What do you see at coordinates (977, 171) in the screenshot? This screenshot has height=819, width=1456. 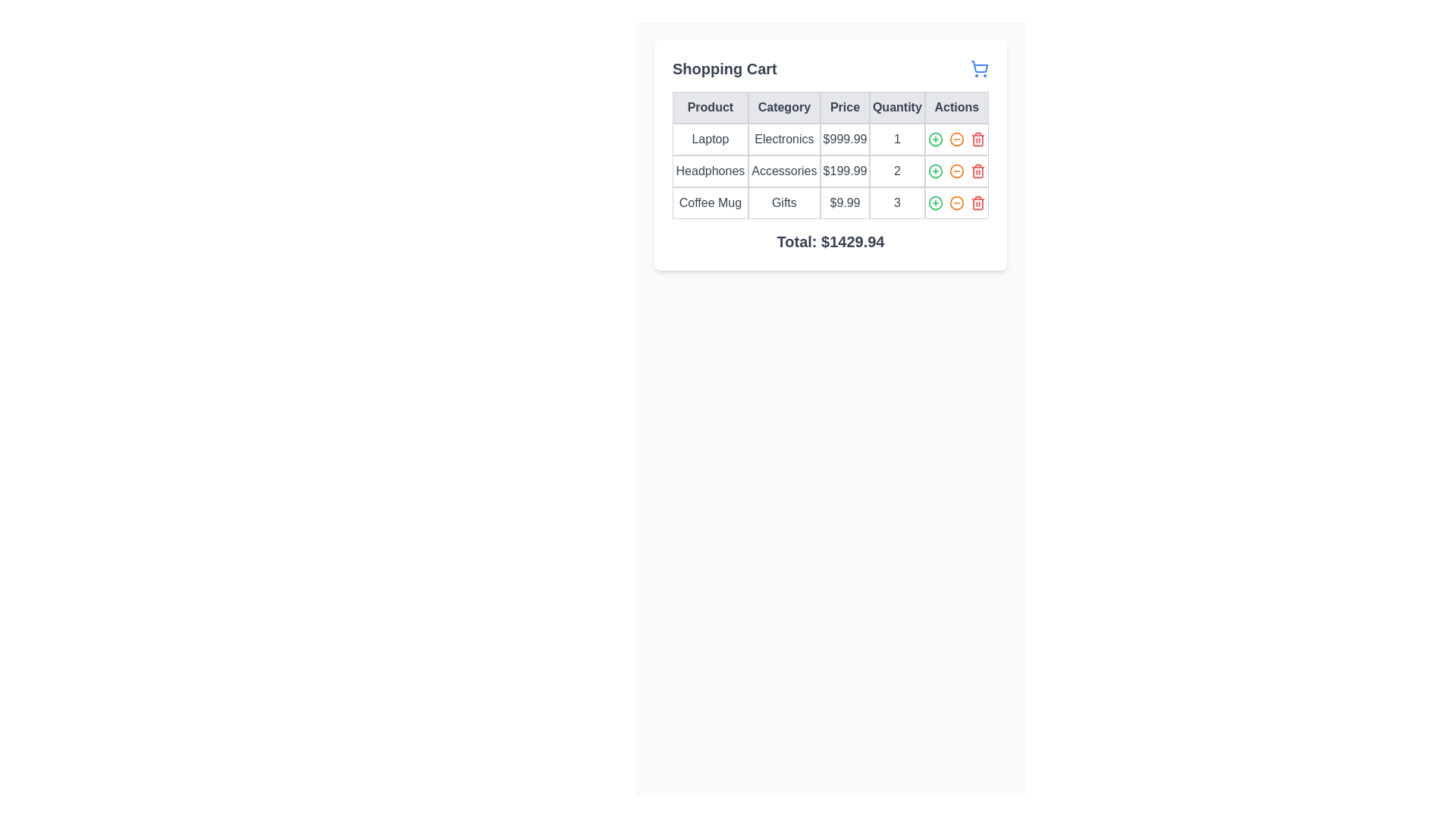 I see `the red trash can icon button located in the 'Actions' column of the second row` at bounding box center [977, 171].